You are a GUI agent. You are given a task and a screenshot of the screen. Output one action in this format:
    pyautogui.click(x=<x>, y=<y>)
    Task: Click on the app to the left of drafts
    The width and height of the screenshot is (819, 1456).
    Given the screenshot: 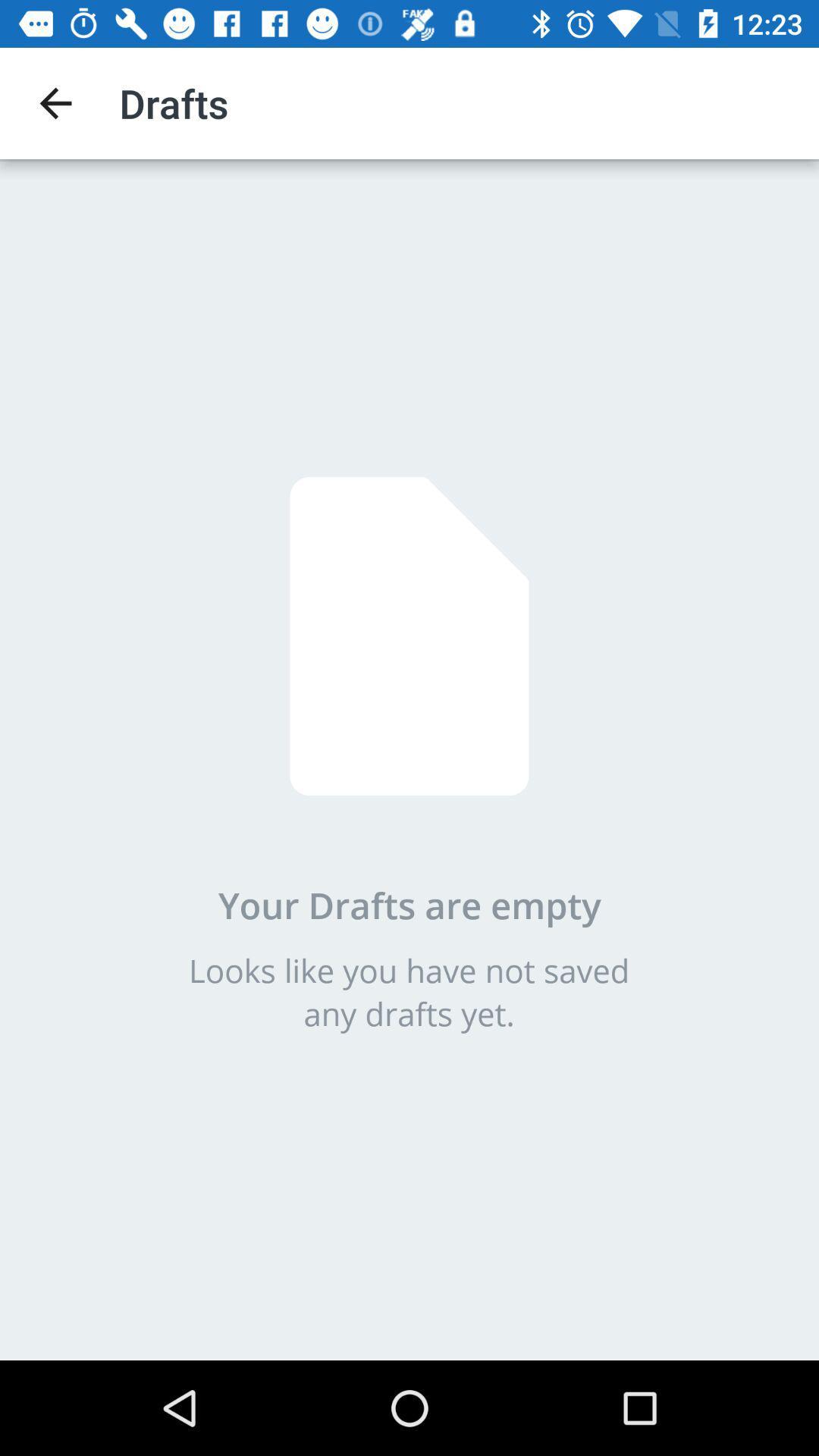 What is the action you would take?
    pyautogui.click(x=55, y=102)
    